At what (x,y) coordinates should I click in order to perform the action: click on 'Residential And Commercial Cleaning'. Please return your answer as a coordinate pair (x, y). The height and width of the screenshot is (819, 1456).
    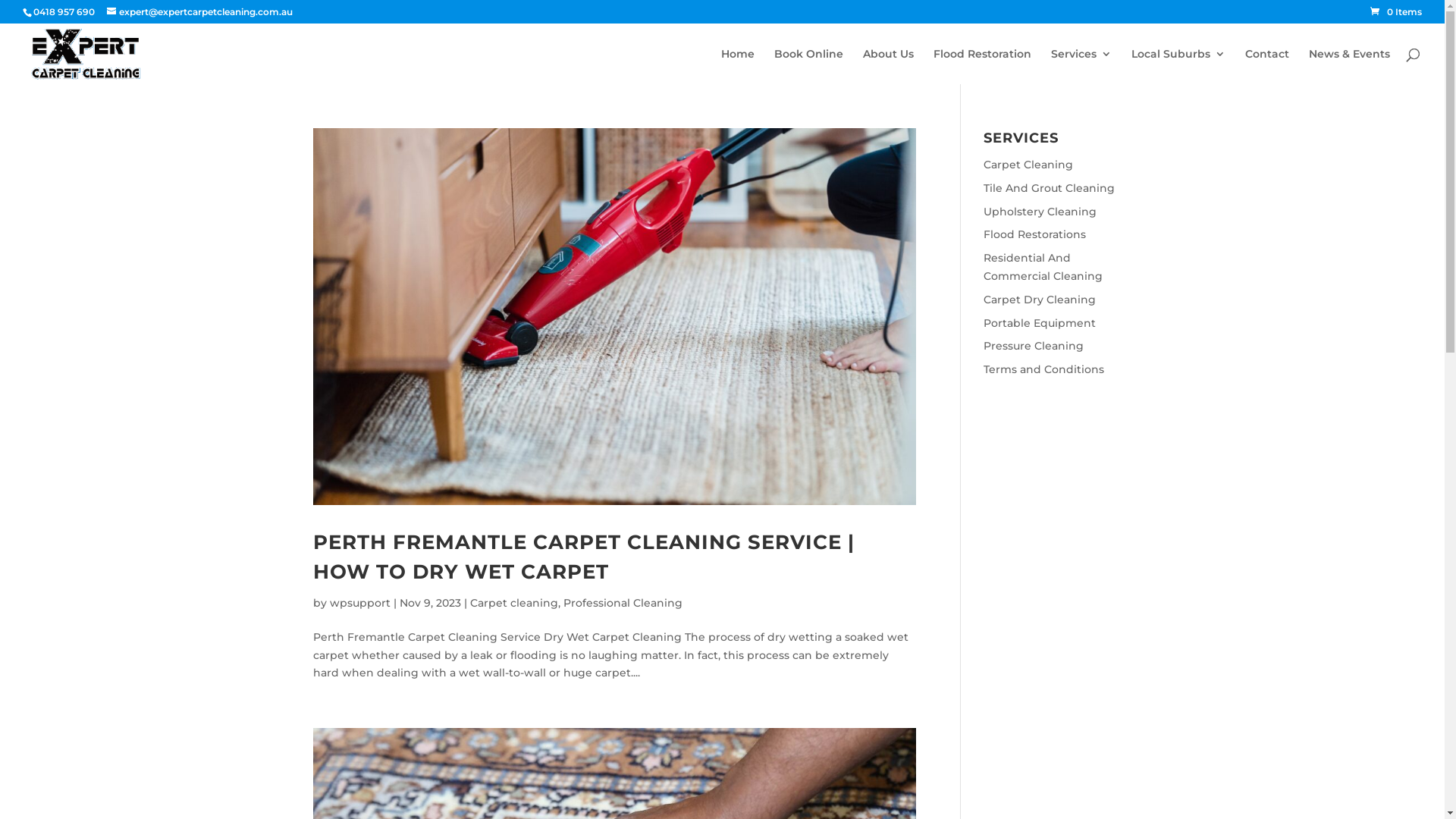
    Looking at the image, I should click on (1042, 265).